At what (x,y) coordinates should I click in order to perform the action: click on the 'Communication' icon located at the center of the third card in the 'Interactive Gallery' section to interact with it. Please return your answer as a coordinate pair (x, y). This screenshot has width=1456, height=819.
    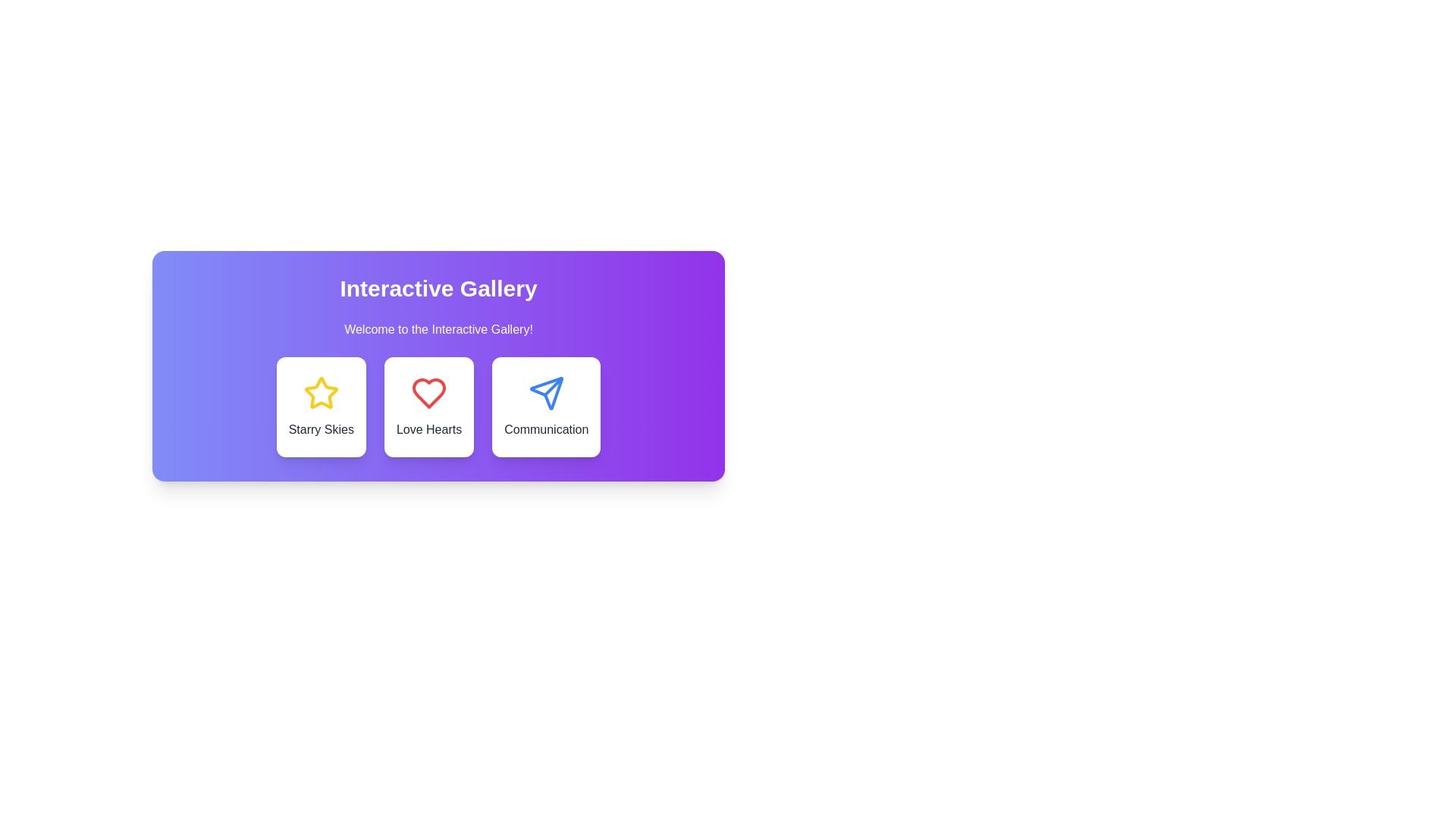
    Looking at the image, I should click on (546, 393).